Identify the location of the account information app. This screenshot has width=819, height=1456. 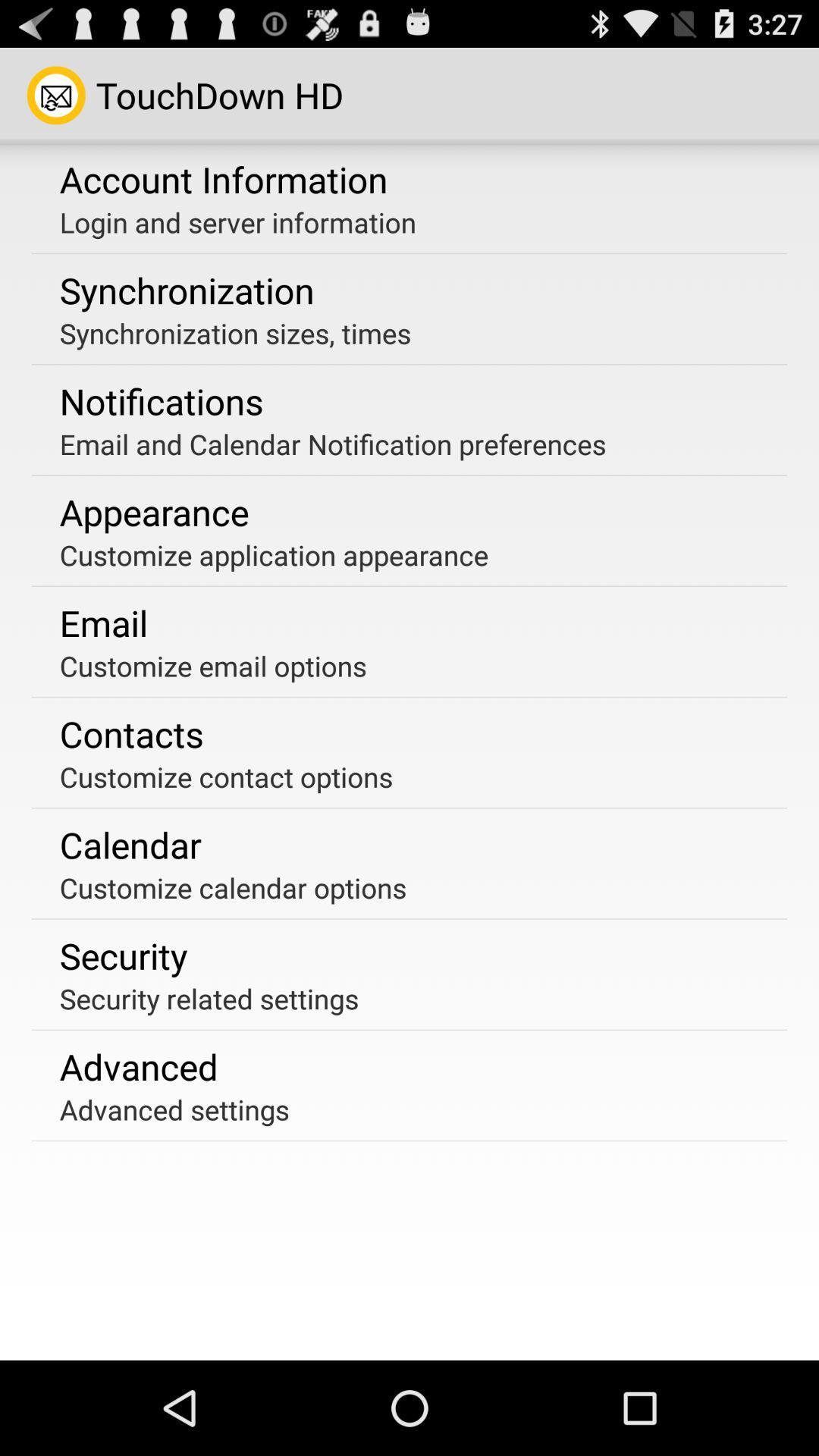
(224, 179).